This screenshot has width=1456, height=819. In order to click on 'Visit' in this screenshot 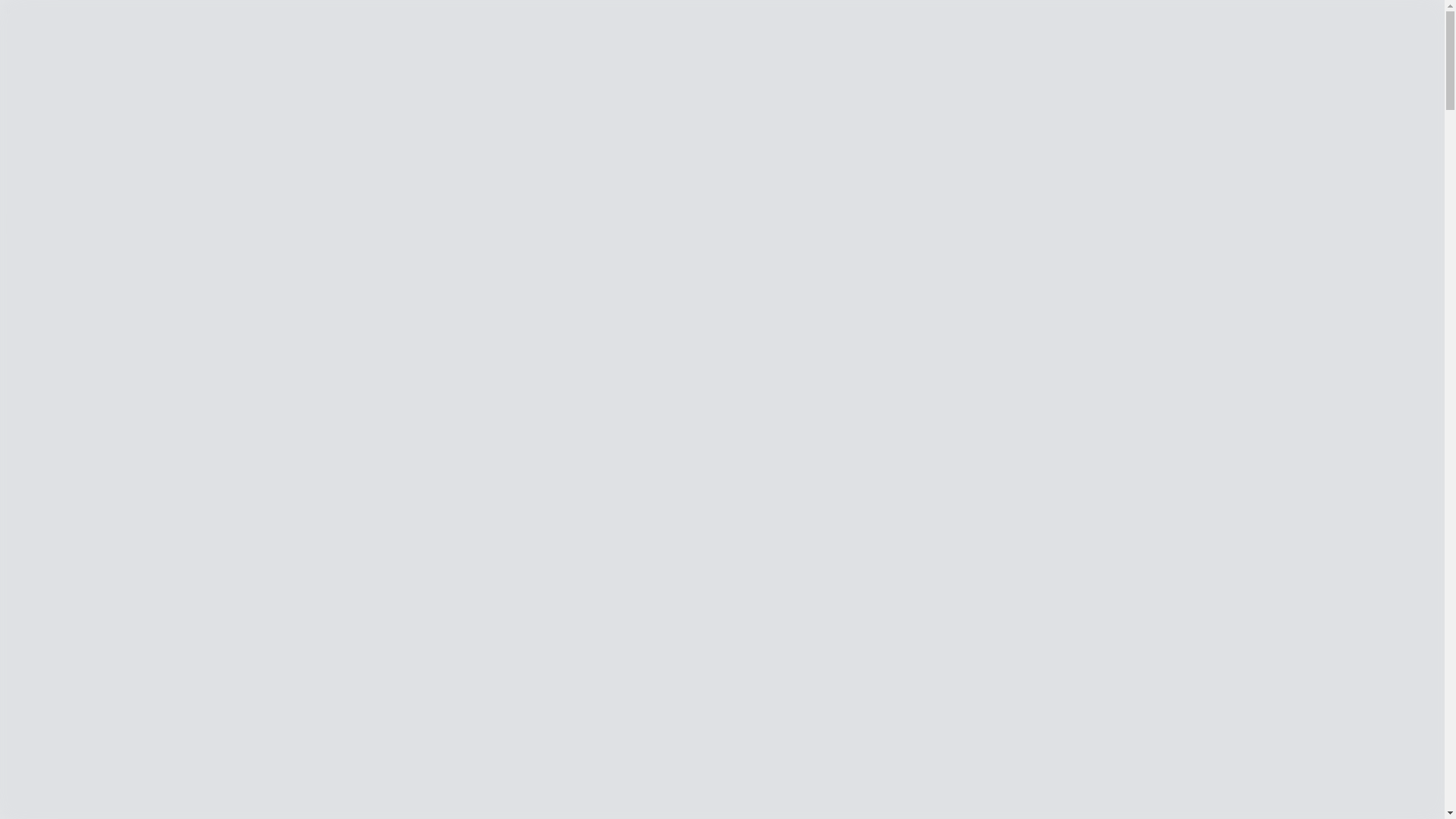, I will do `click(76, 346)`.